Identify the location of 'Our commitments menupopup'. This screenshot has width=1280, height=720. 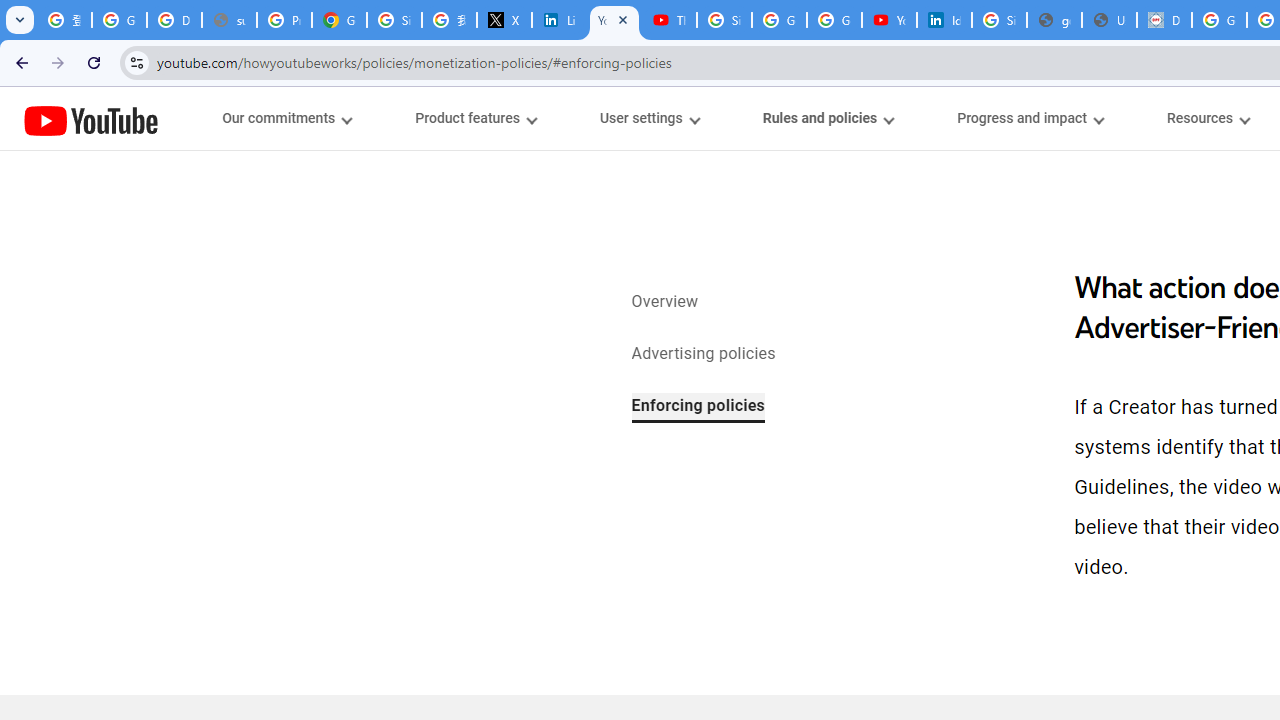
(285, 118).